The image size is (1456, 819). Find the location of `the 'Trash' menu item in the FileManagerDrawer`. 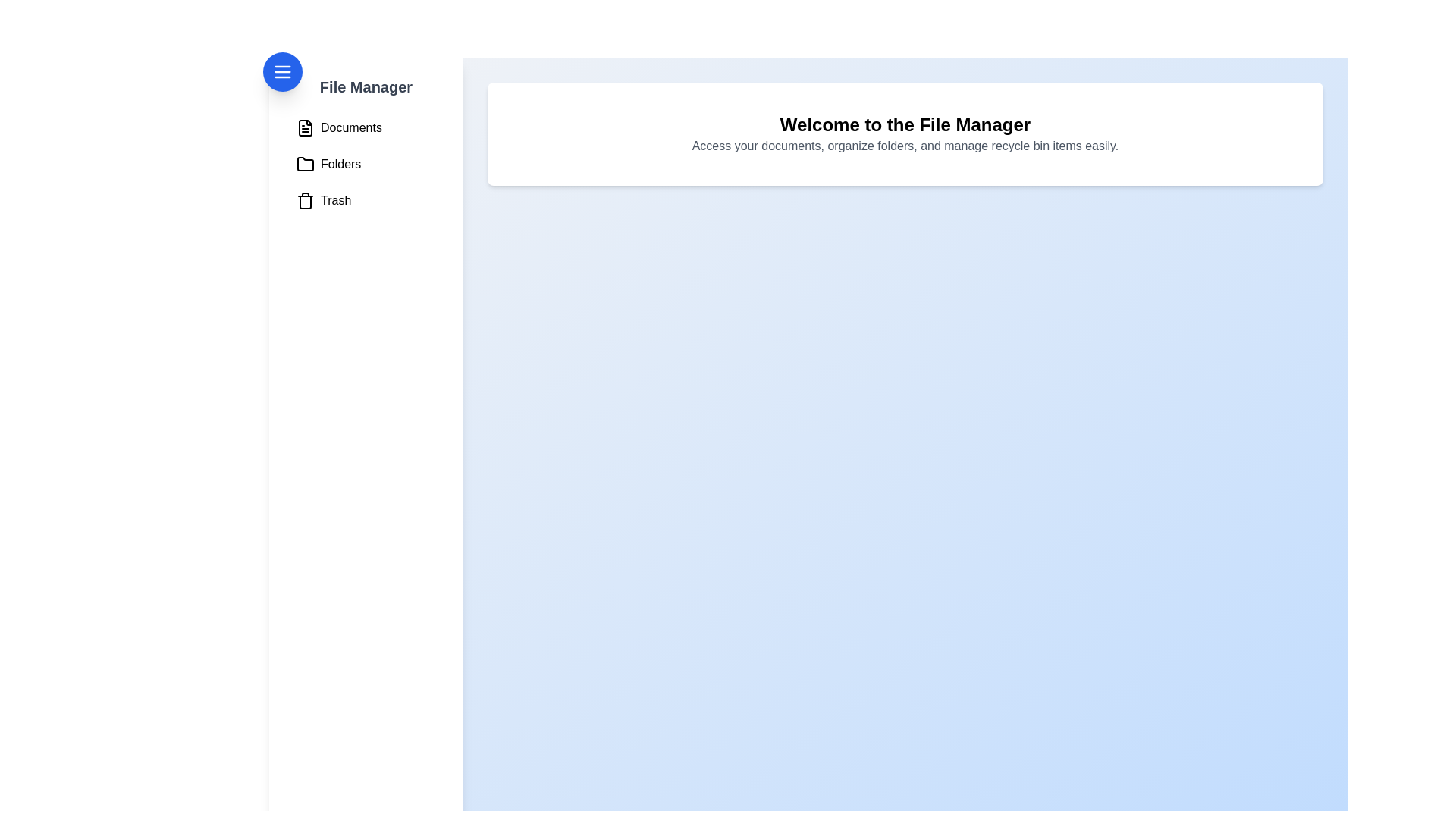

the 'Trash' menu item in the FileManagerDrawer is located at coordinates (366, 200).